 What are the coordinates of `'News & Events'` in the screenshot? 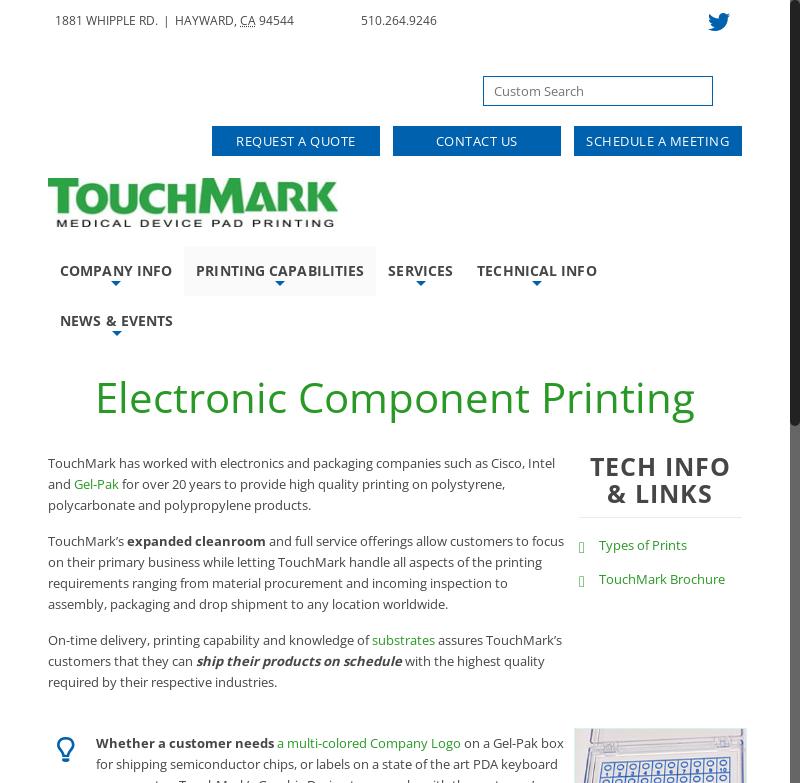 It's located at (115, 320).